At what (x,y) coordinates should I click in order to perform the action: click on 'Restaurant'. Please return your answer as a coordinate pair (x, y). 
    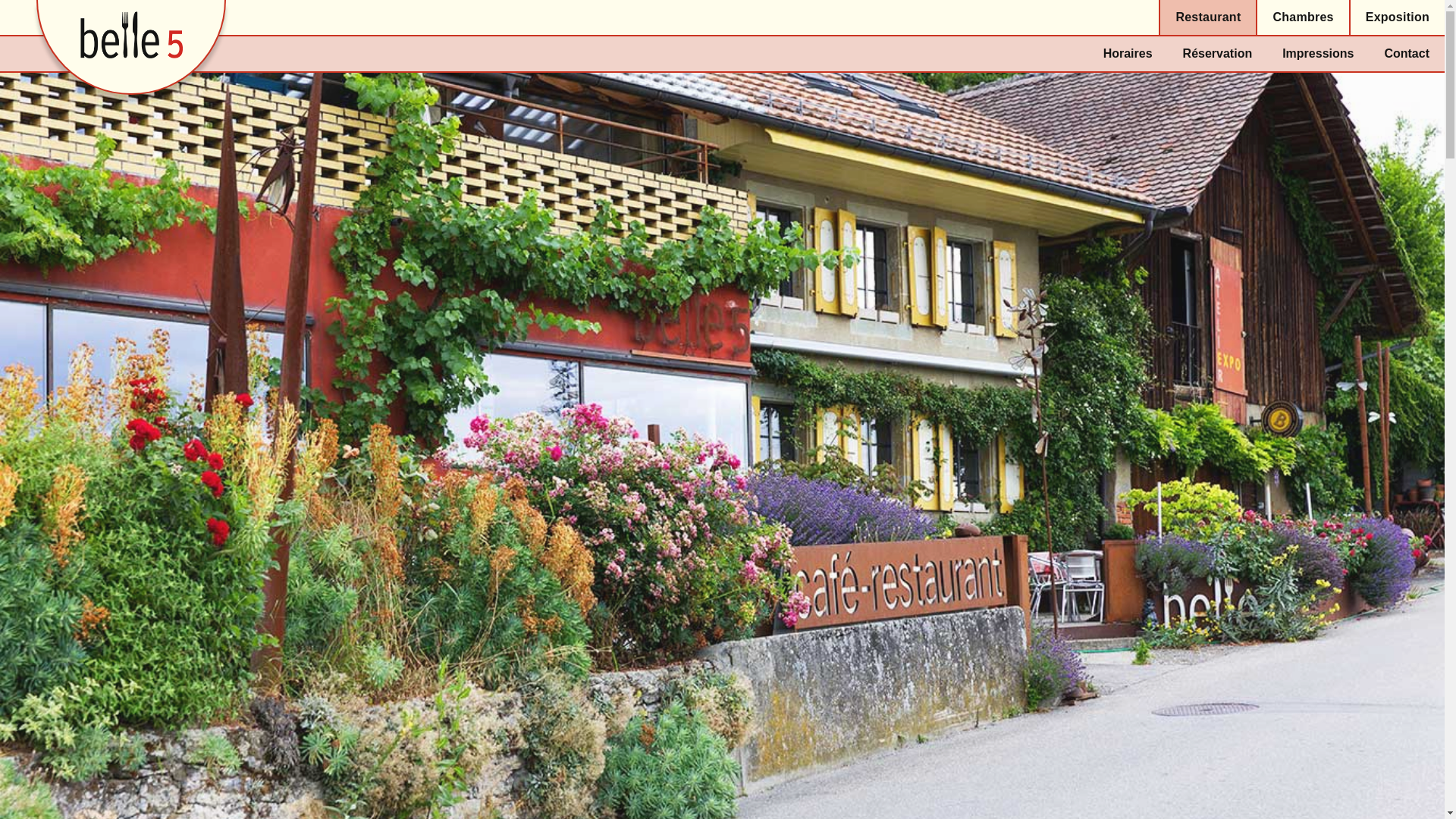
    Looking at the image, I should click on (1207, 17).